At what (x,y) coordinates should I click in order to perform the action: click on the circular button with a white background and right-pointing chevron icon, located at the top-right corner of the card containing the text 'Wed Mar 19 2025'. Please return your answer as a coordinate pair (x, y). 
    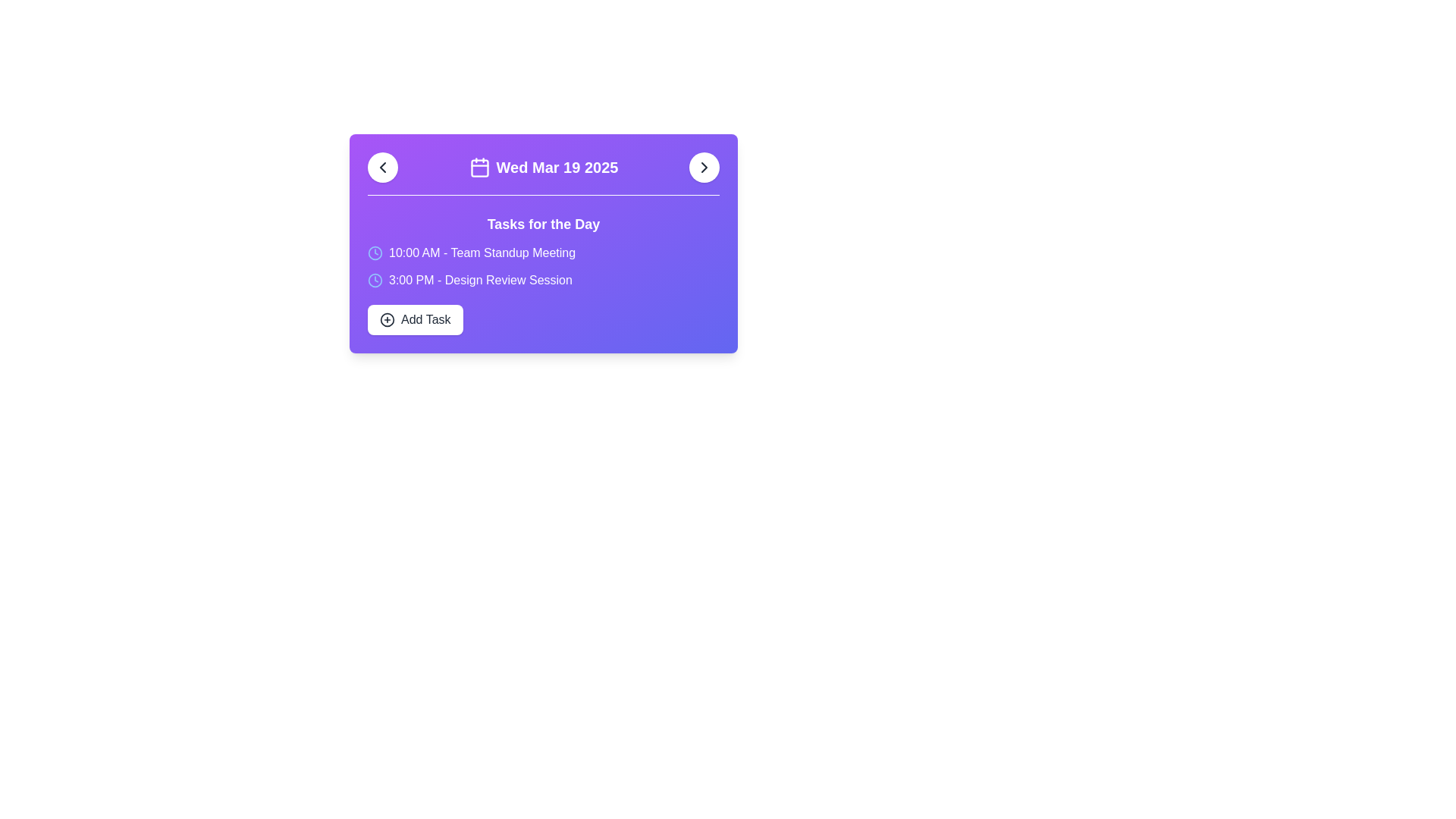
    Looking at the image, I should click on (704, 167).